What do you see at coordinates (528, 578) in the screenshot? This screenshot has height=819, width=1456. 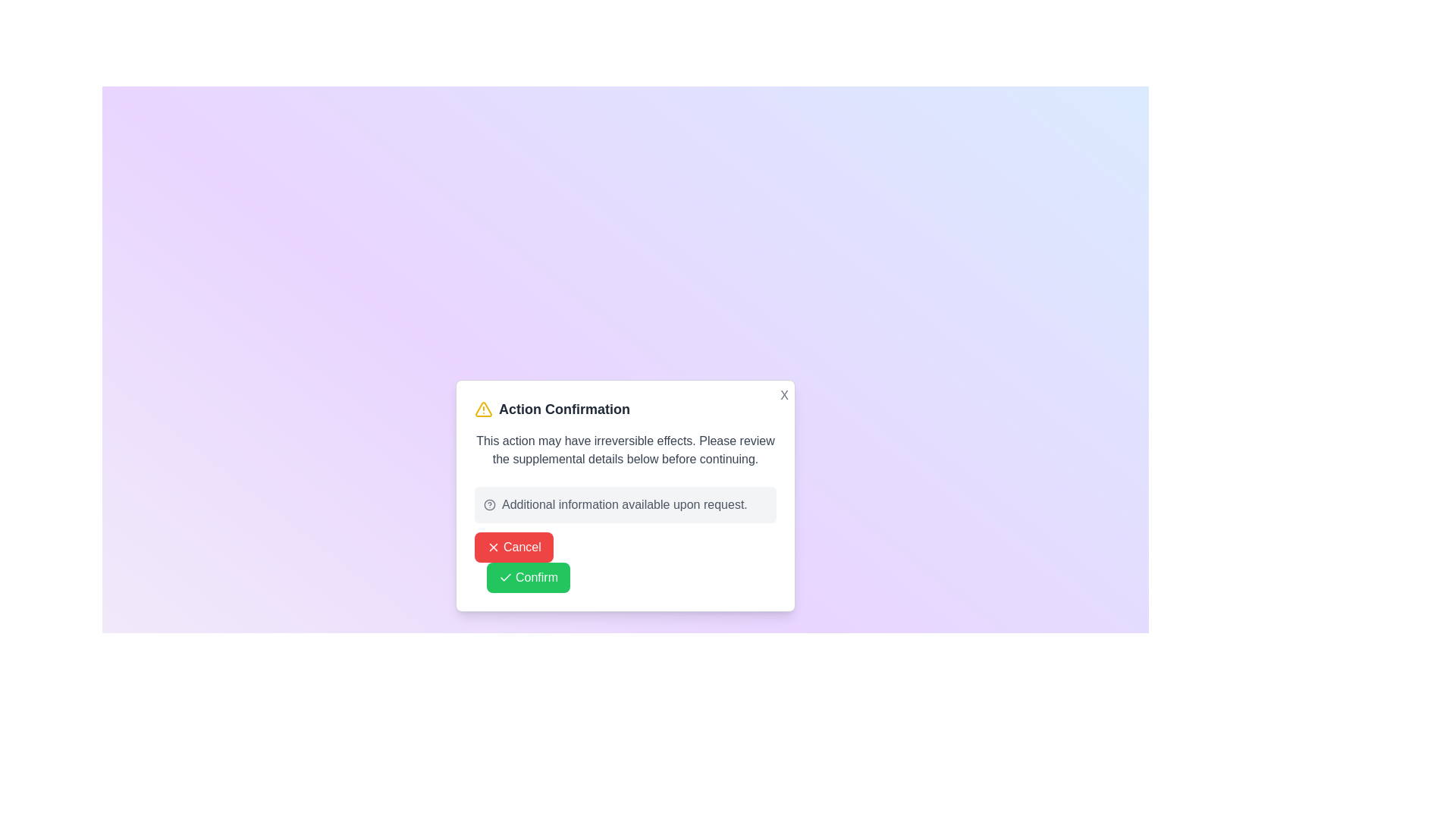 I see `the 'Confirm' button with a green background and white text` at bounding box center [528, 578].